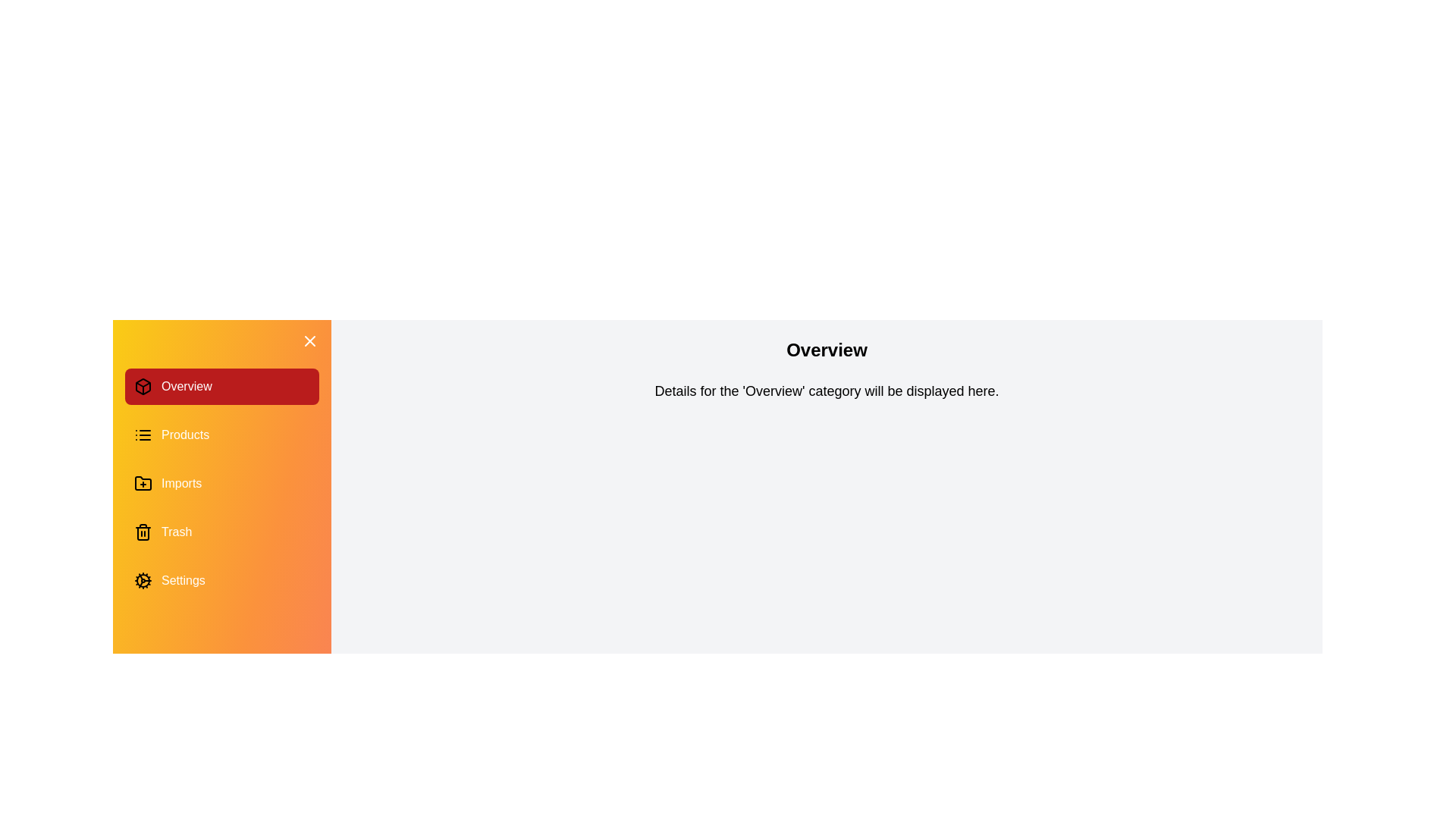 The width and height of the screenshot is (1456, 819). I want to click on the category Trash in the drawer to switch the content displayed, so click(221, 532).